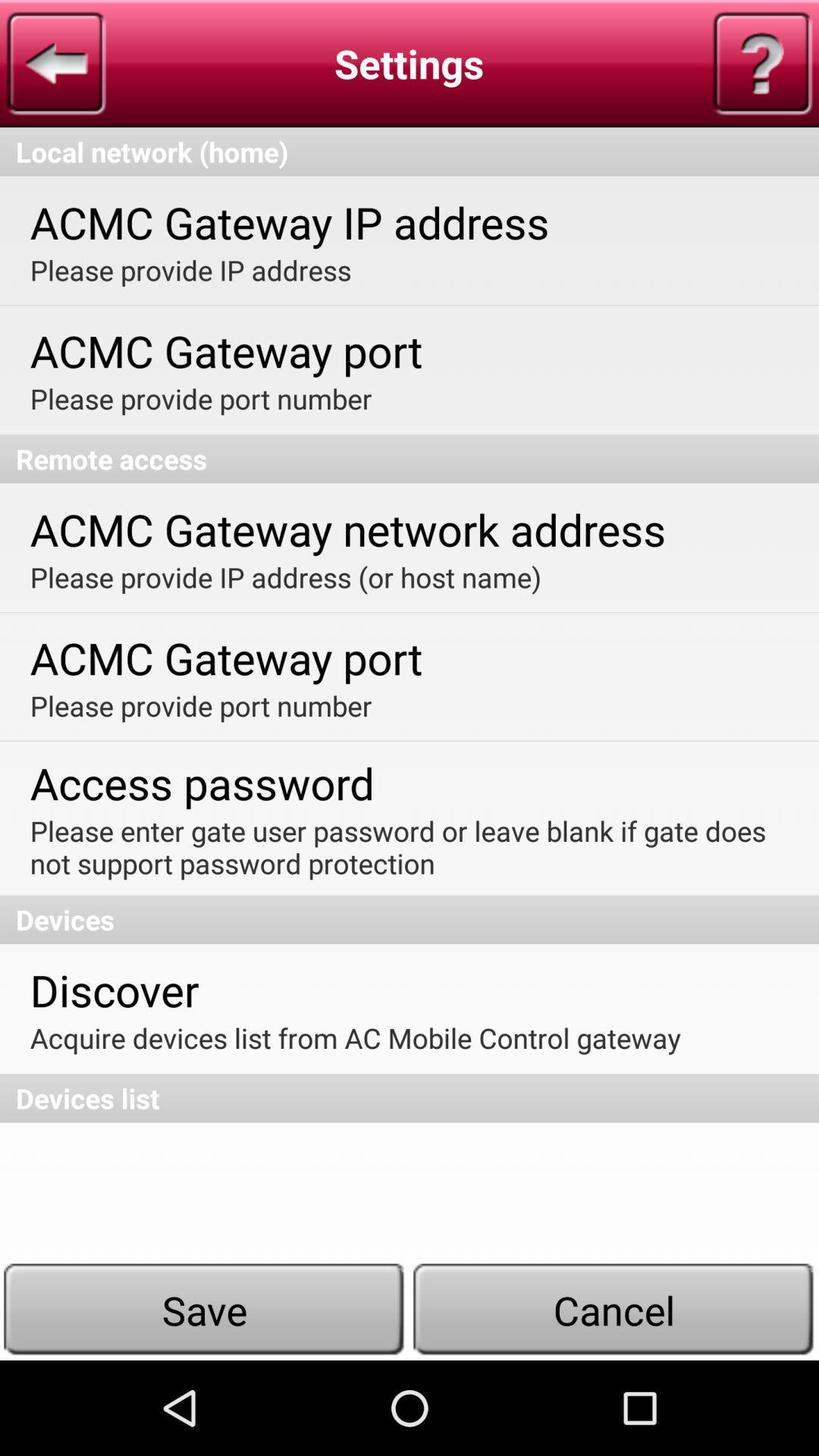 The height and width of the screenshot is (1456, 819). What do you see at coordinates (114, 990) in the screenshot?
I see `discover app` at bounding box center [114, 990].